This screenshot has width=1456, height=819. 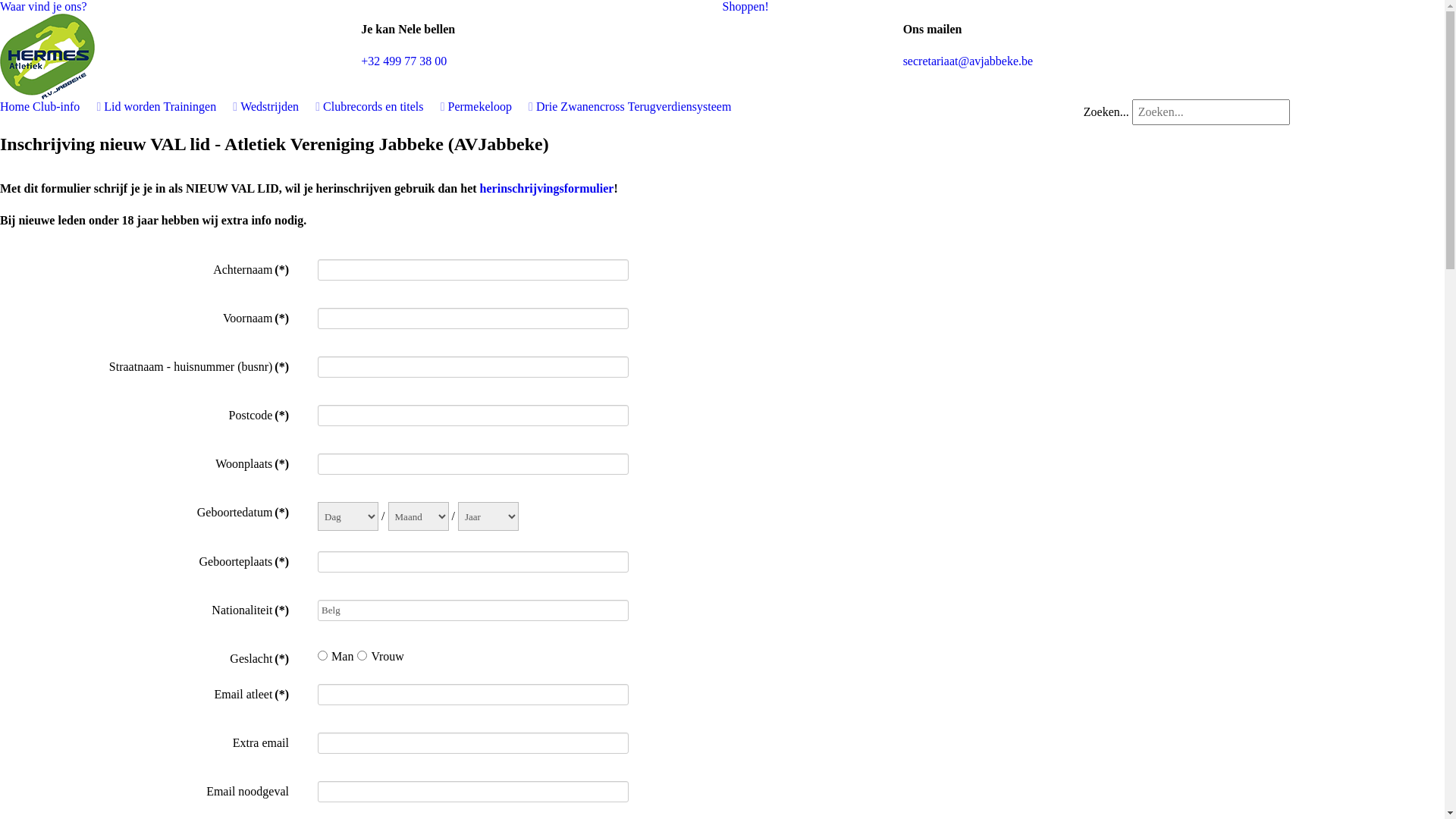 I want to click on 'Clubrecords en titels', so click(x=383, y=105).